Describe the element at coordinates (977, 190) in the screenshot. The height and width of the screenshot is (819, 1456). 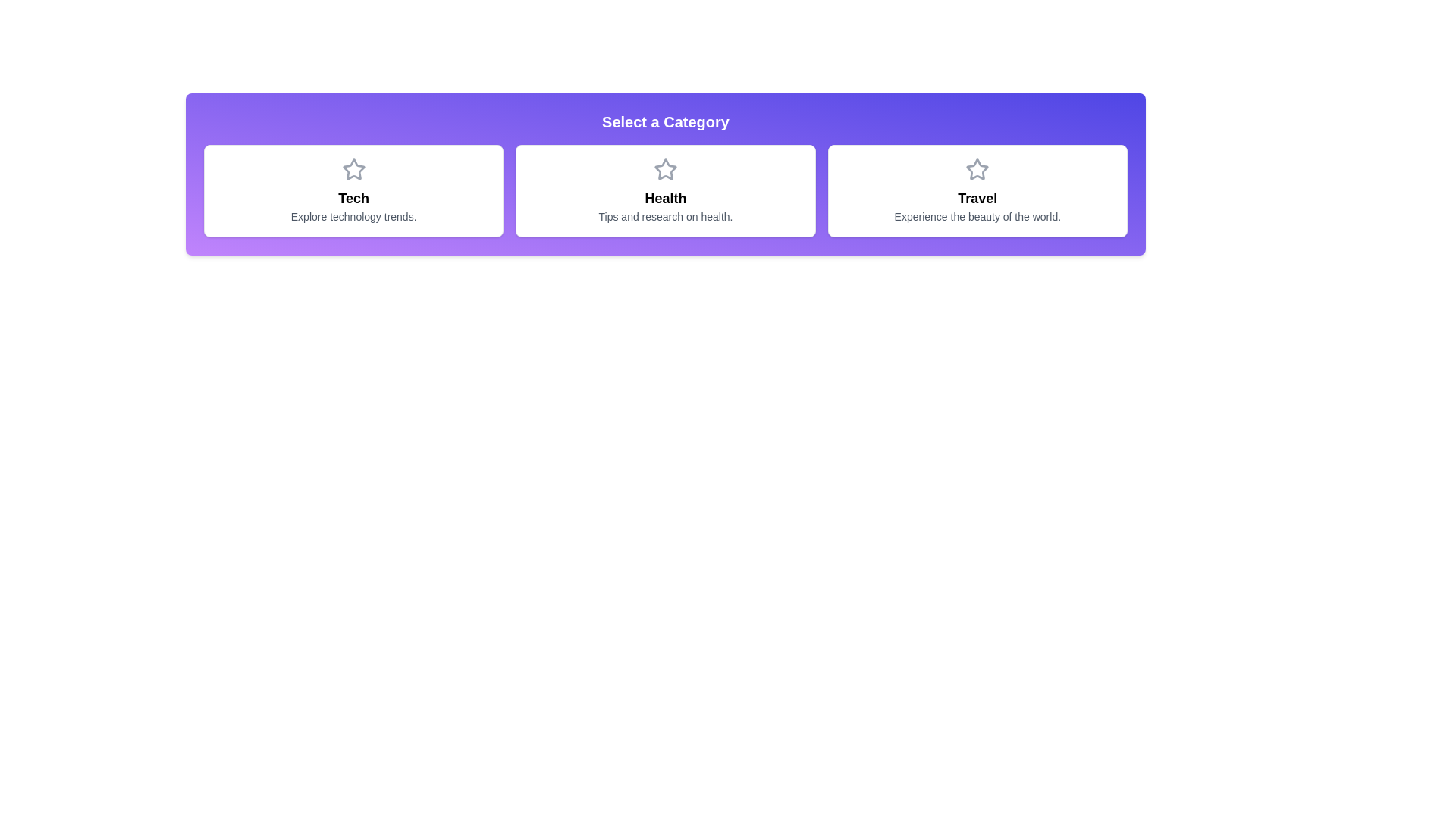
I see `the 'Travel' category button-like card UI element, which is the third card in a horizontal series of three cards under the header 'Select a Category'` at that location.